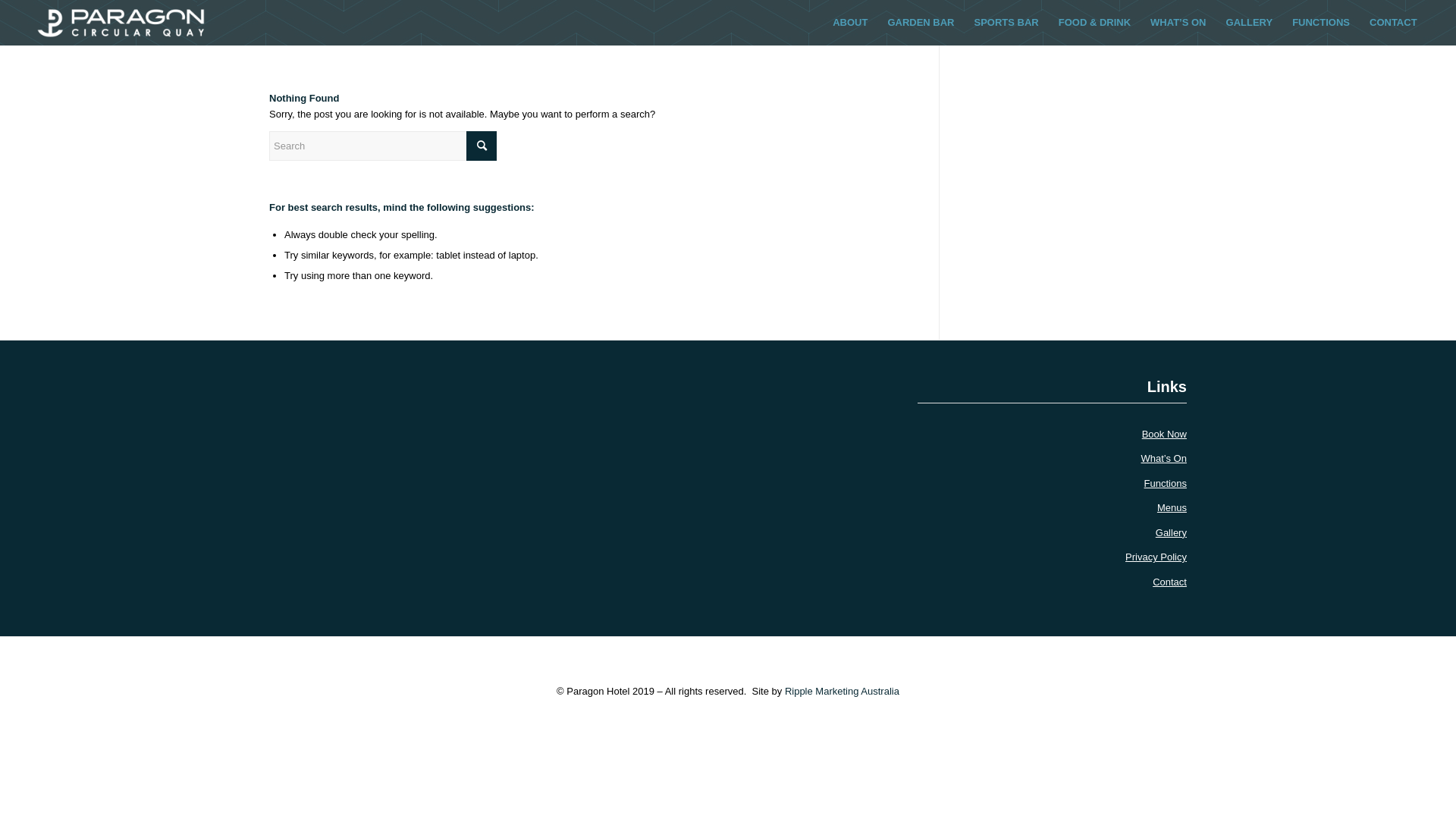 The width and height of the screenshot is (1456, 819). I want to click on 'GALLERY', so click(1249, 23).